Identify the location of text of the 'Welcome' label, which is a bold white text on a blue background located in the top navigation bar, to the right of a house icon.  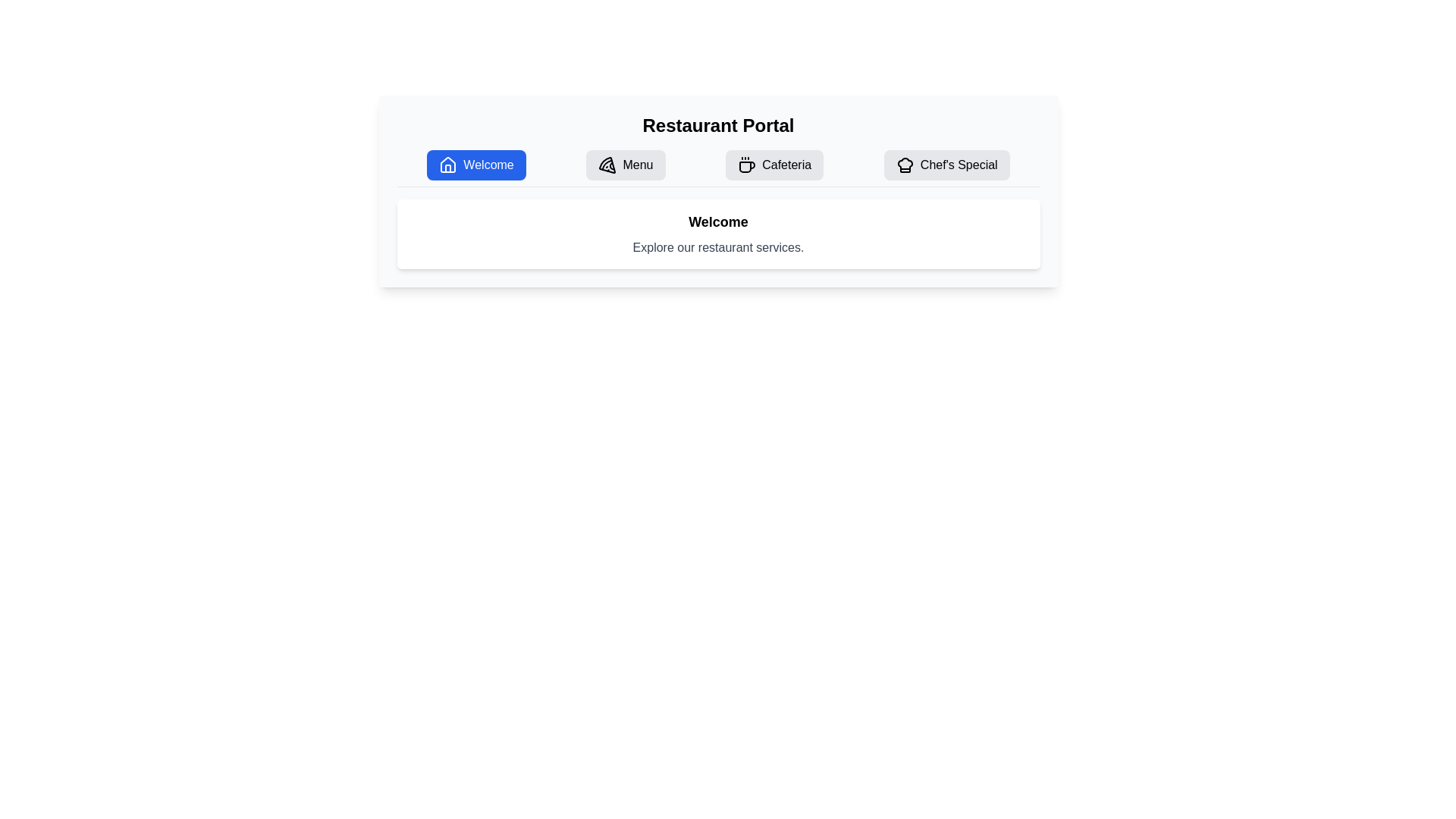
(488, 165).